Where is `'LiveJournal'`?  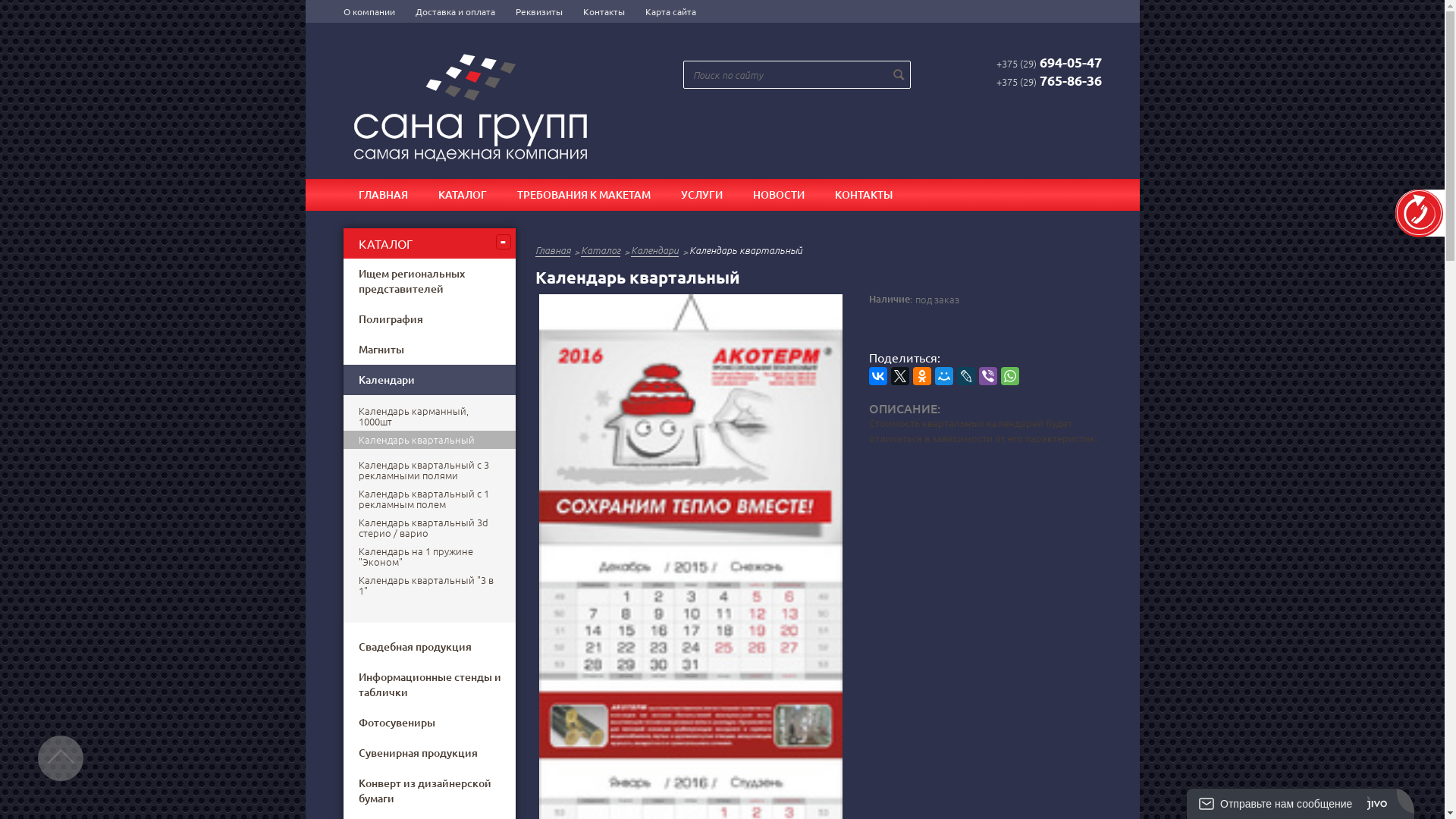
'LiveJournal' is located at coordinates (965, 375).